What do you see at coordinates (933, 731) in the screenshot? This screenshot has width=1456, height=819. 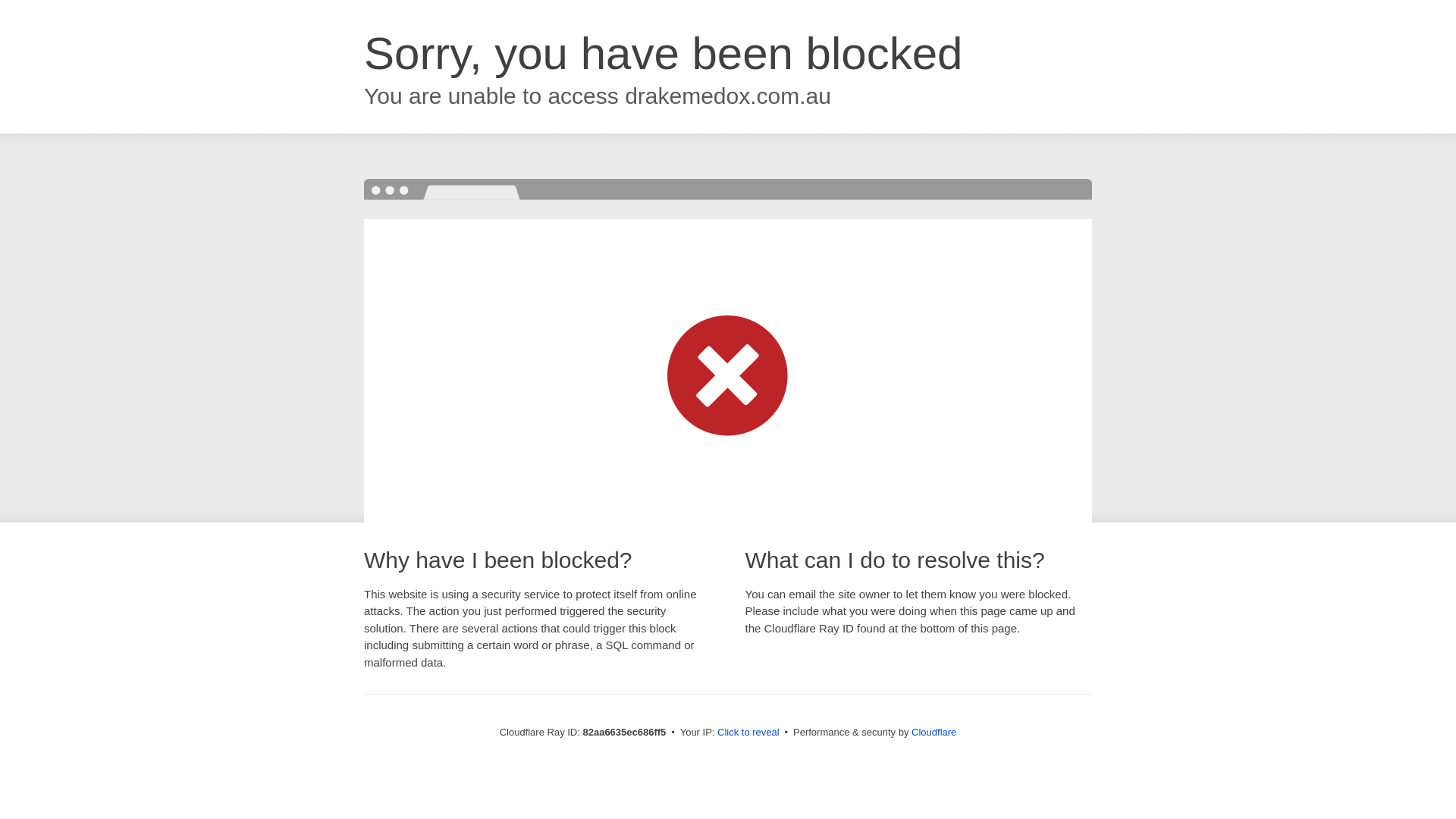 I see `'Cloudflare'` at bounding box center [933, 731].